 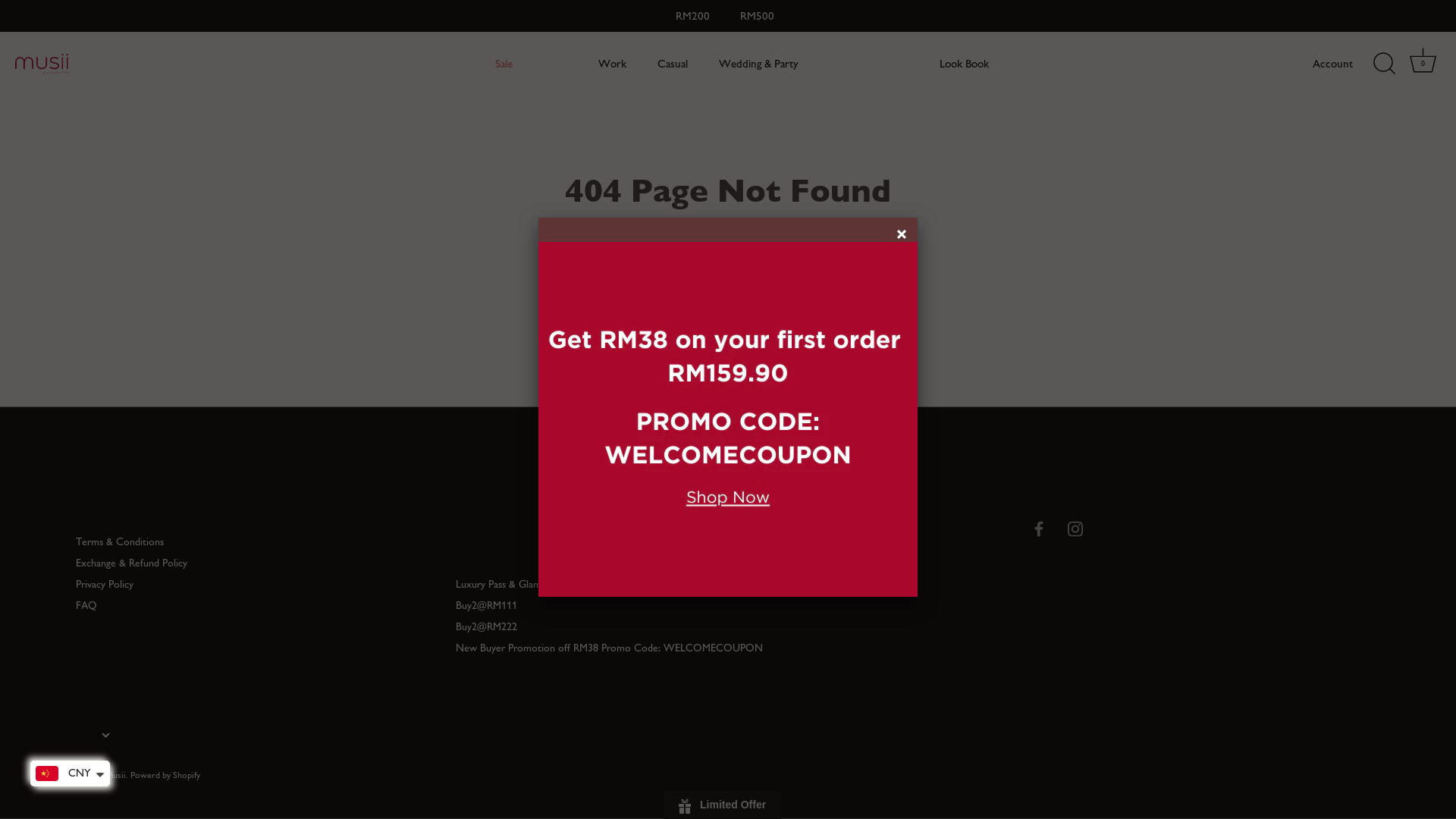 What do you see at coordinates (964, 63) in the screenshot?
I see `'Look Book'` at bounding box center [964, 63].